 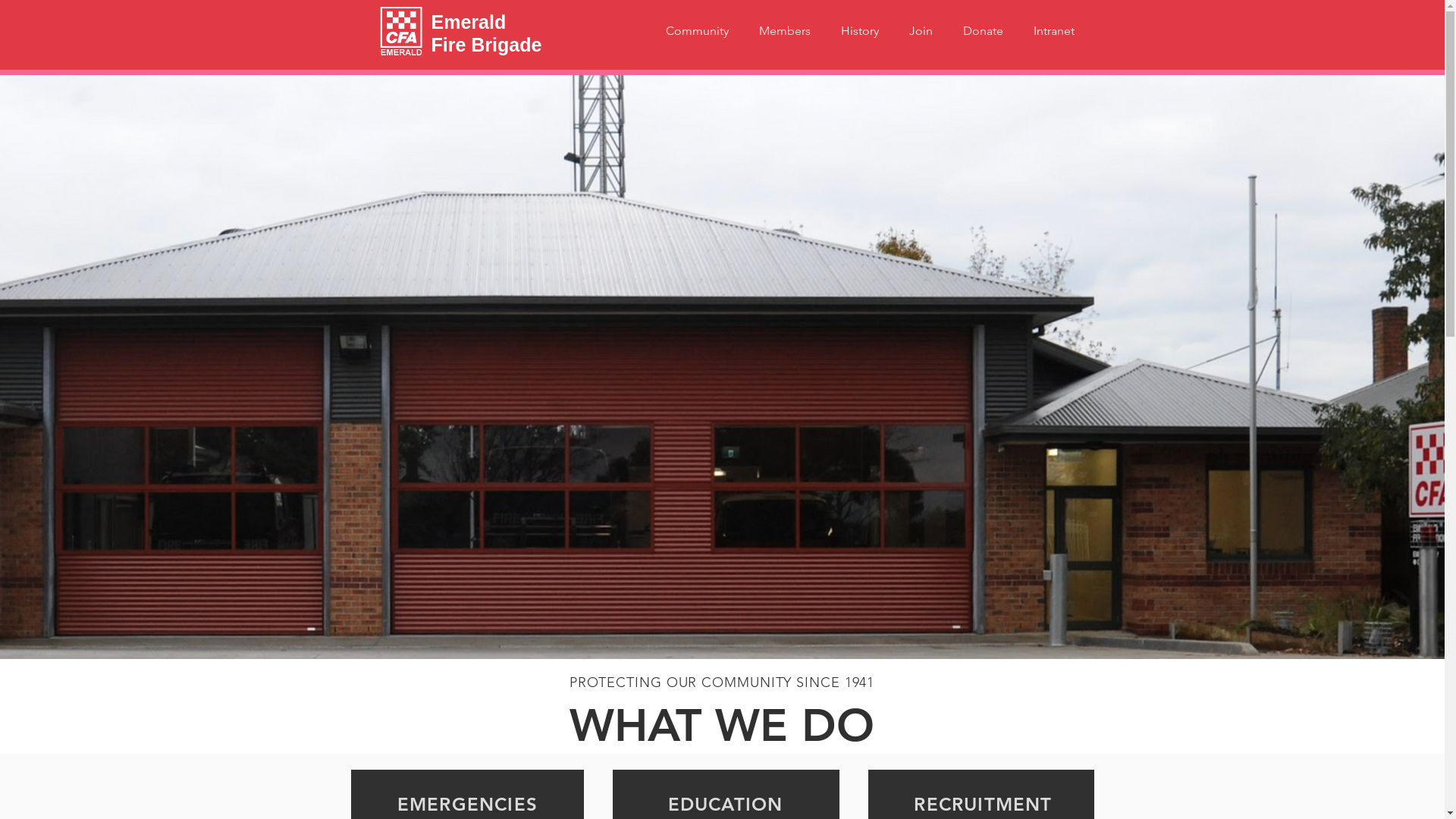 I want to click on 'Intranet', so click(x=1052, y=31).